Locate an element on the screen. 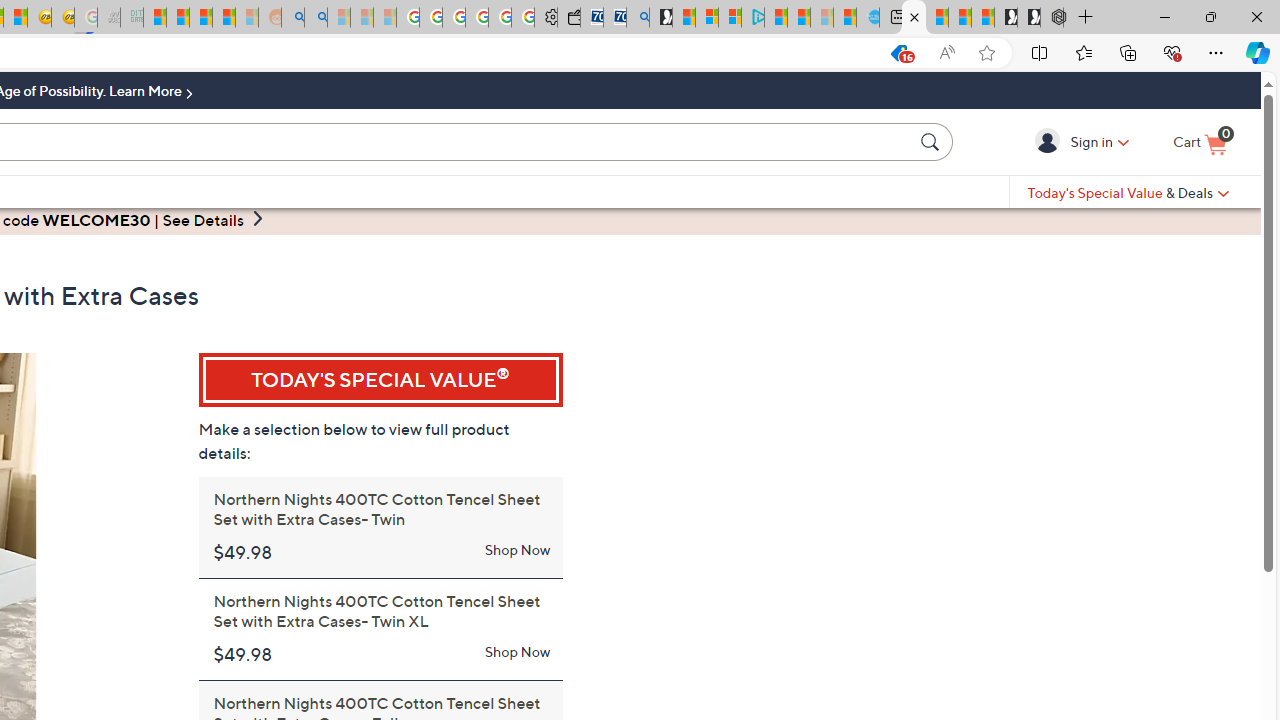 Image resolution: width=1280 pixels, height=720 pixels. 'This site has coupons! Shopping in Microsoft Edge, 16' is located at coordinates (858, 52).